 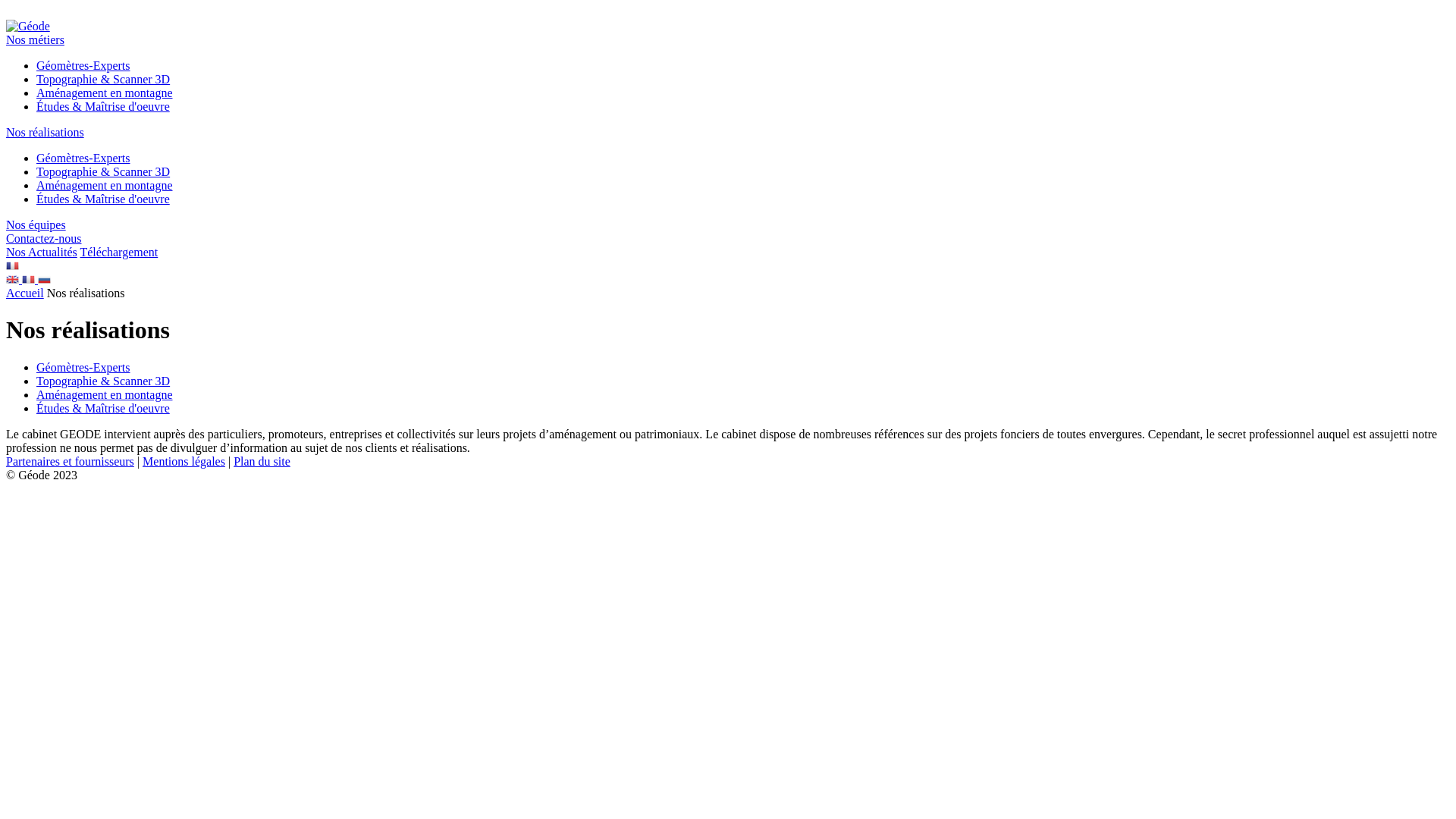 I want to click on 'Partenaires et fournisseurs', so click(x=6, y=460).